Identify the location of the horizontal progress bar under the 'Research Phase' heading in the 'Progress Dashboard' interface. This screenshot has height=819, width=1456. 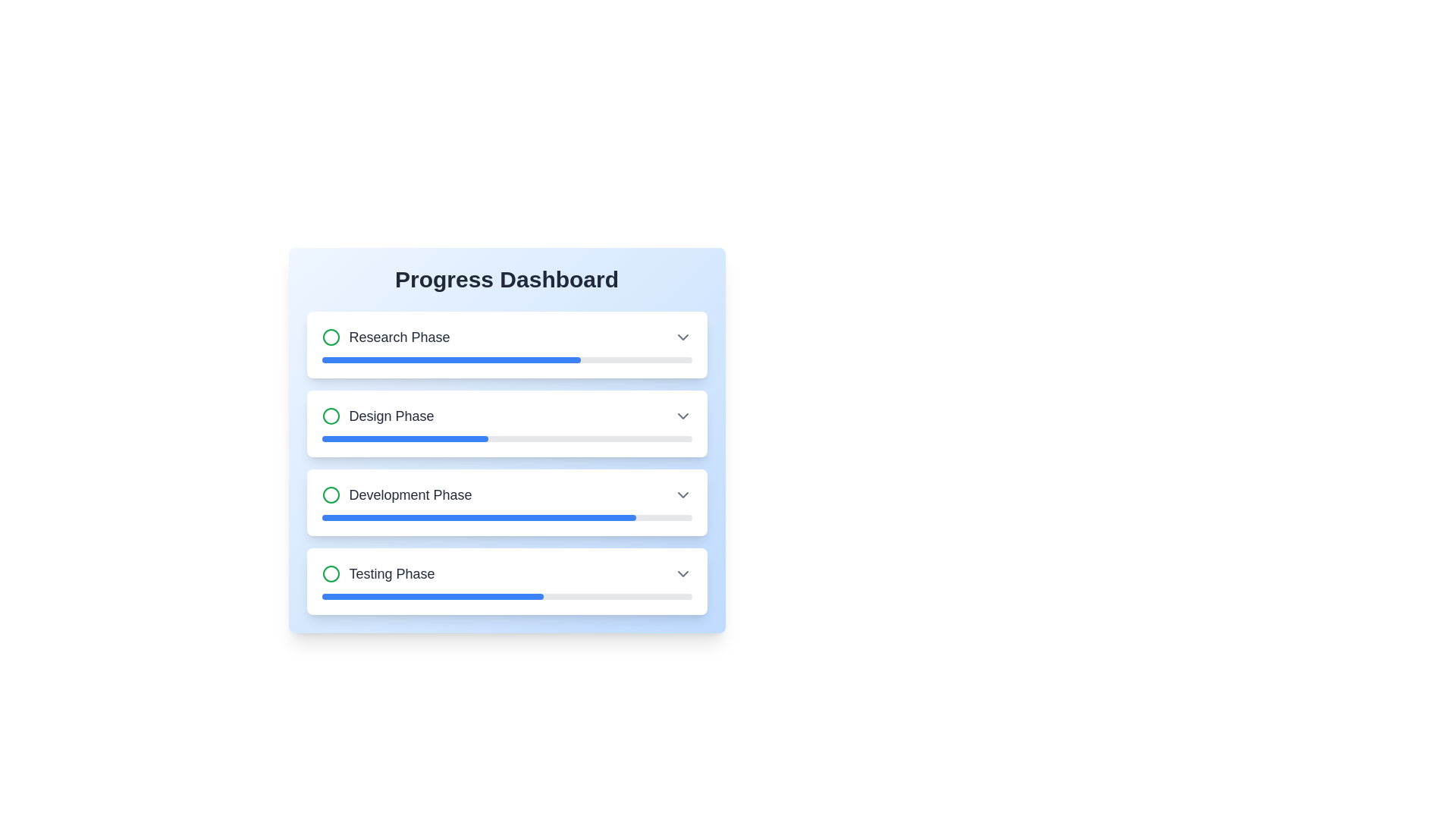
(507, 359).